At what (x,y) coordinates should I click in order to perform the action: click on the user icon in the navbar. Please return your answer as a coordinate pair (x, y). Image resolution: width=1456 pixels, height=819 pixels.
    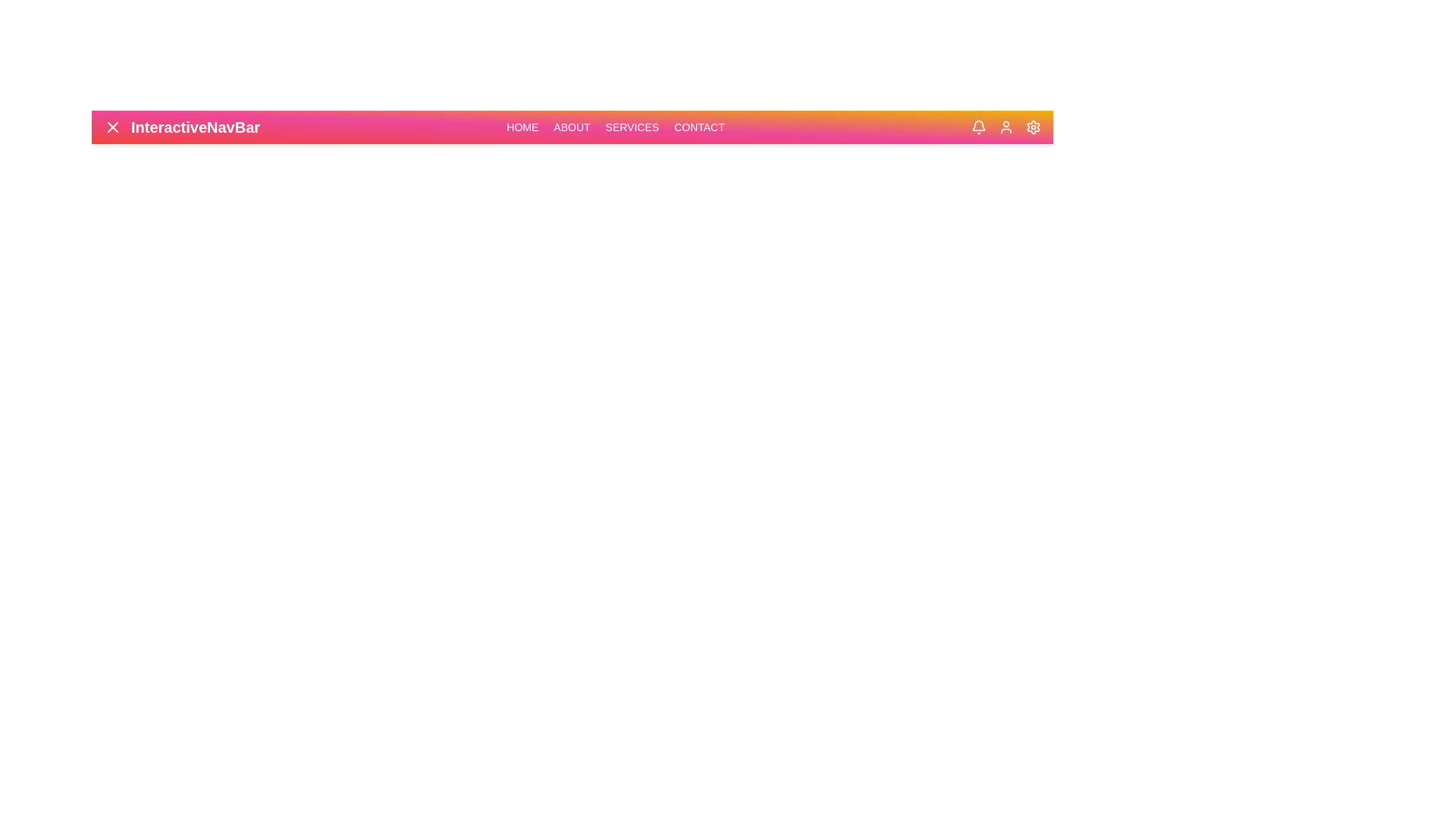
    Looking at the image, I should click on (1006, 127).